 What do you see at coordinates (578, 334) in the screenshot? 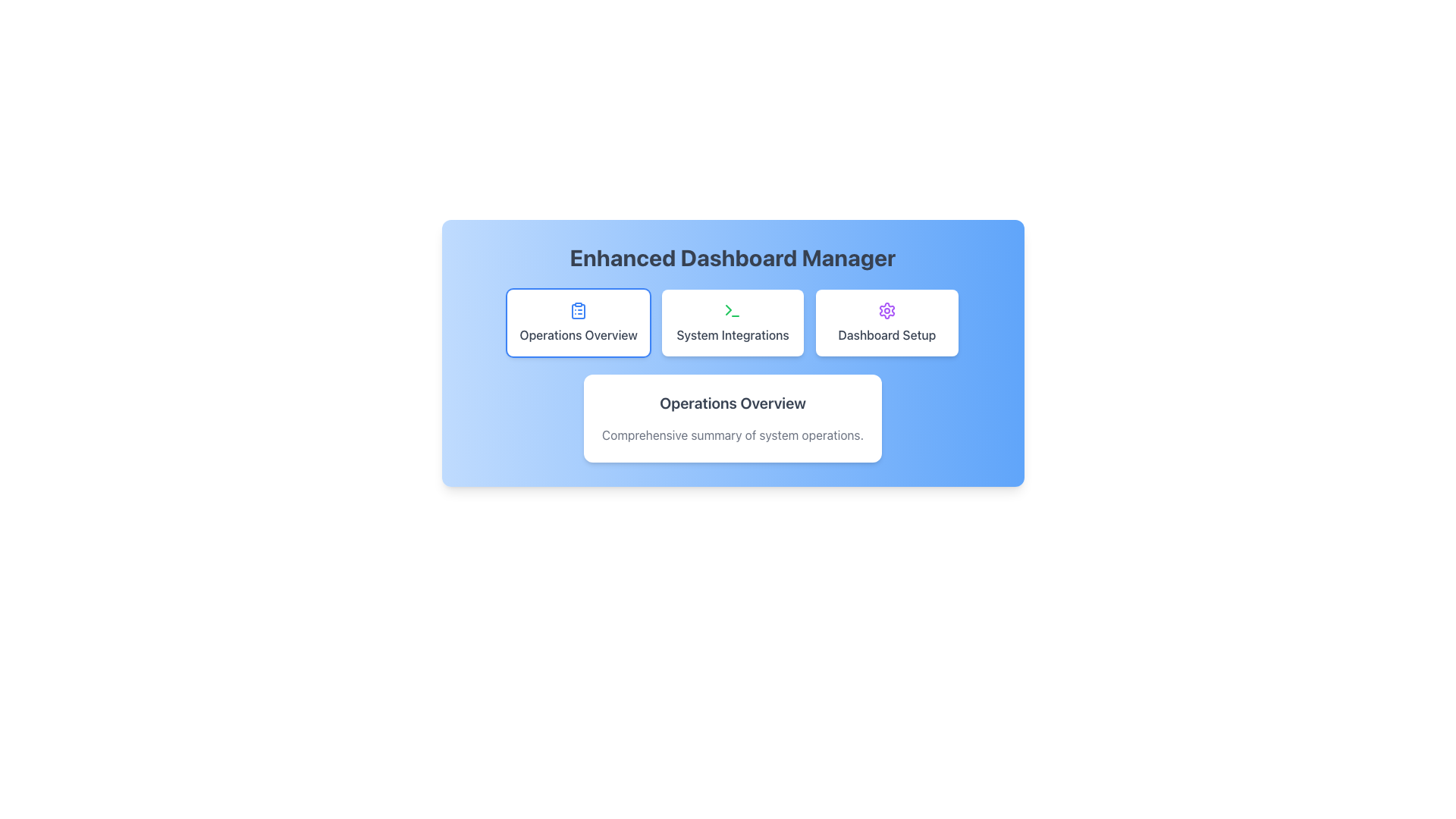
I see `the Text Label that indicates the section of the dashboard, which is located within a white card with rounded corners and below a clipboard list icon` at bounding box center [578, 334].